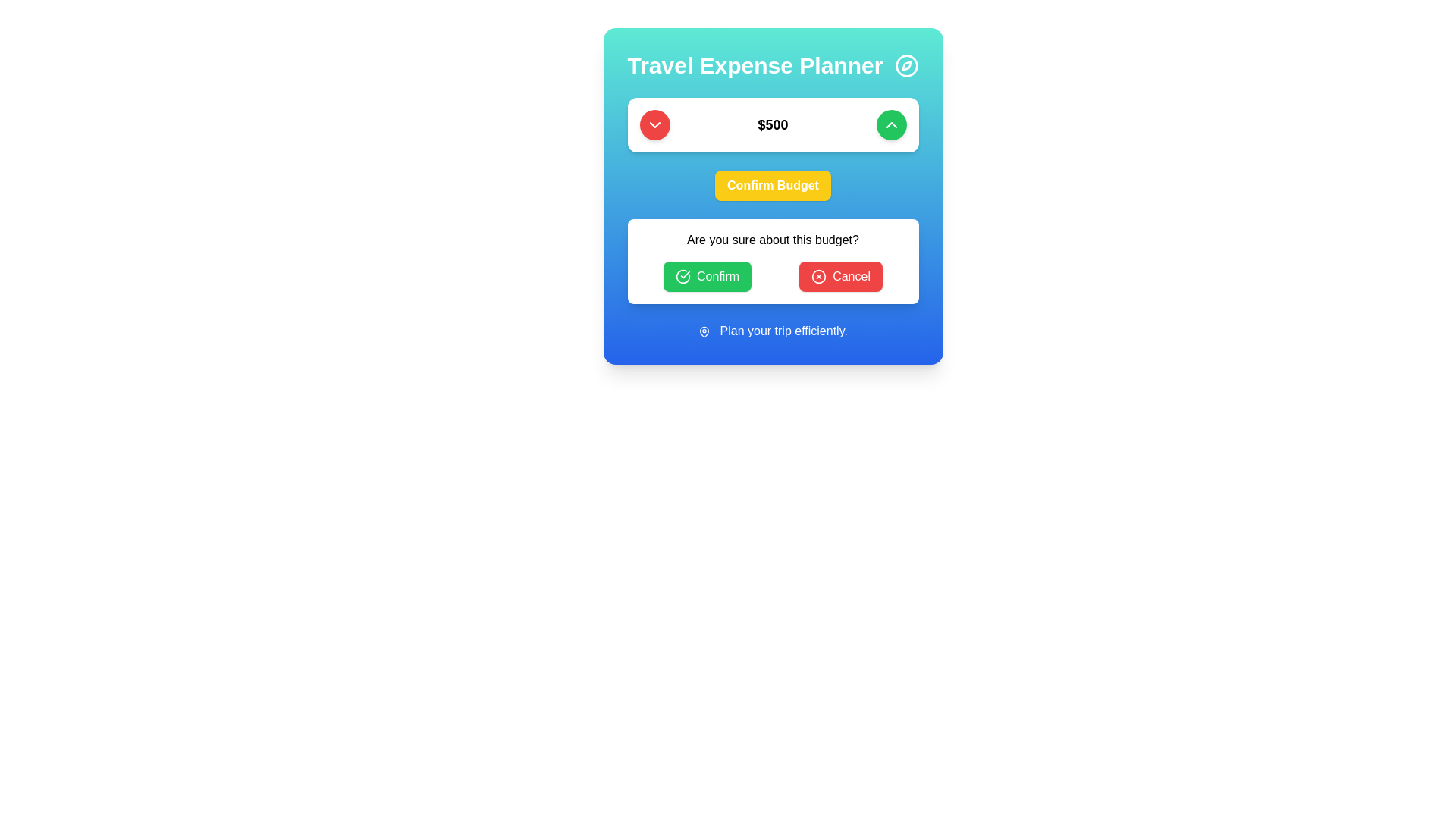 This screenshot has width=1456, height=819. I want to click on the upward-facing chevron-shaped white icon within the circular bright green button located on the right side of the '$500' white bar, so click(891, 124).